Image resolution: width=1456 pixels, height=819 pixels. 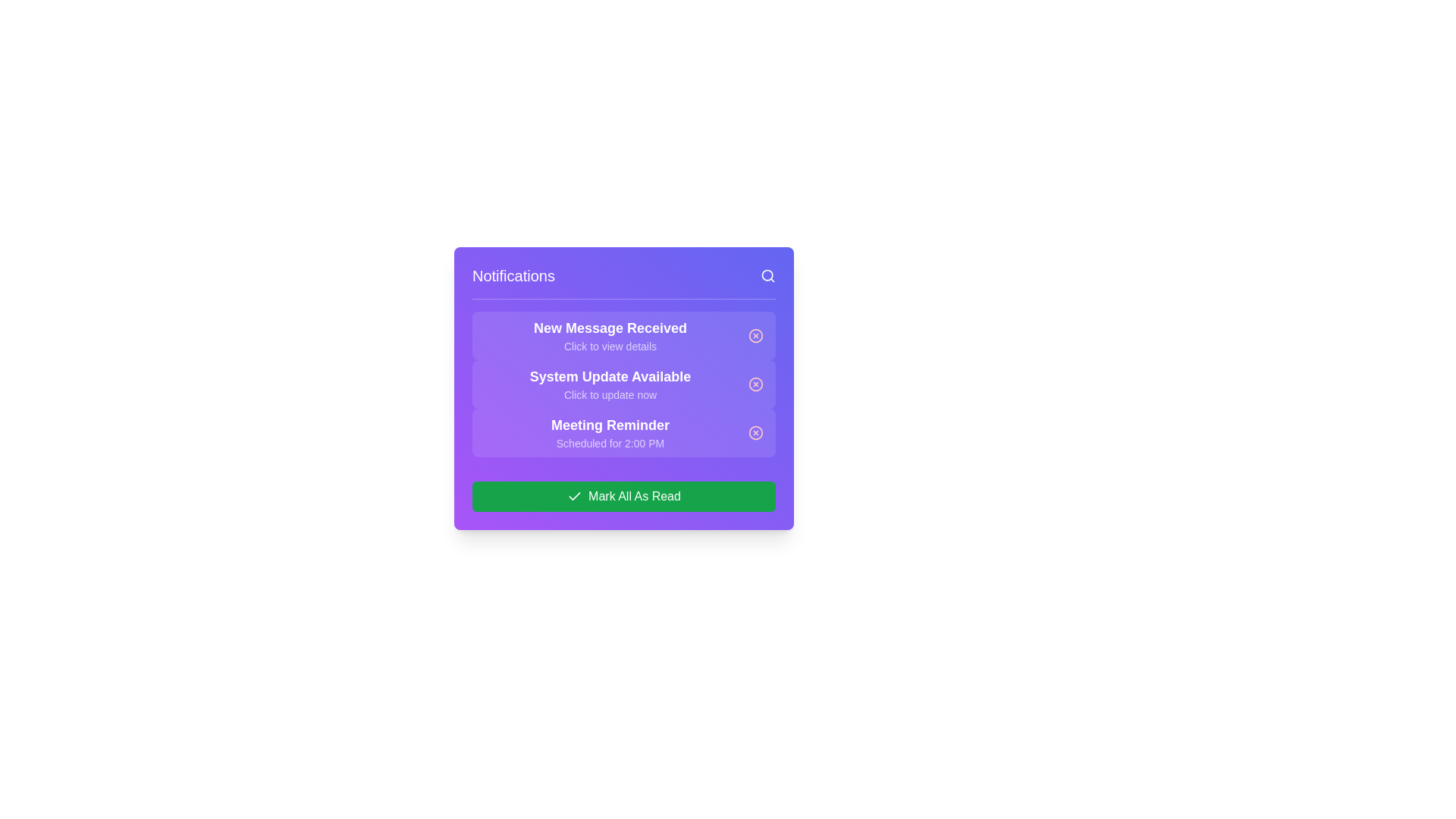 I want to click on text label displaying 'System Update Available' which is bold and large, located in the upper portion of a notification entry within a modal dialog box, so click(x=610, y=376).